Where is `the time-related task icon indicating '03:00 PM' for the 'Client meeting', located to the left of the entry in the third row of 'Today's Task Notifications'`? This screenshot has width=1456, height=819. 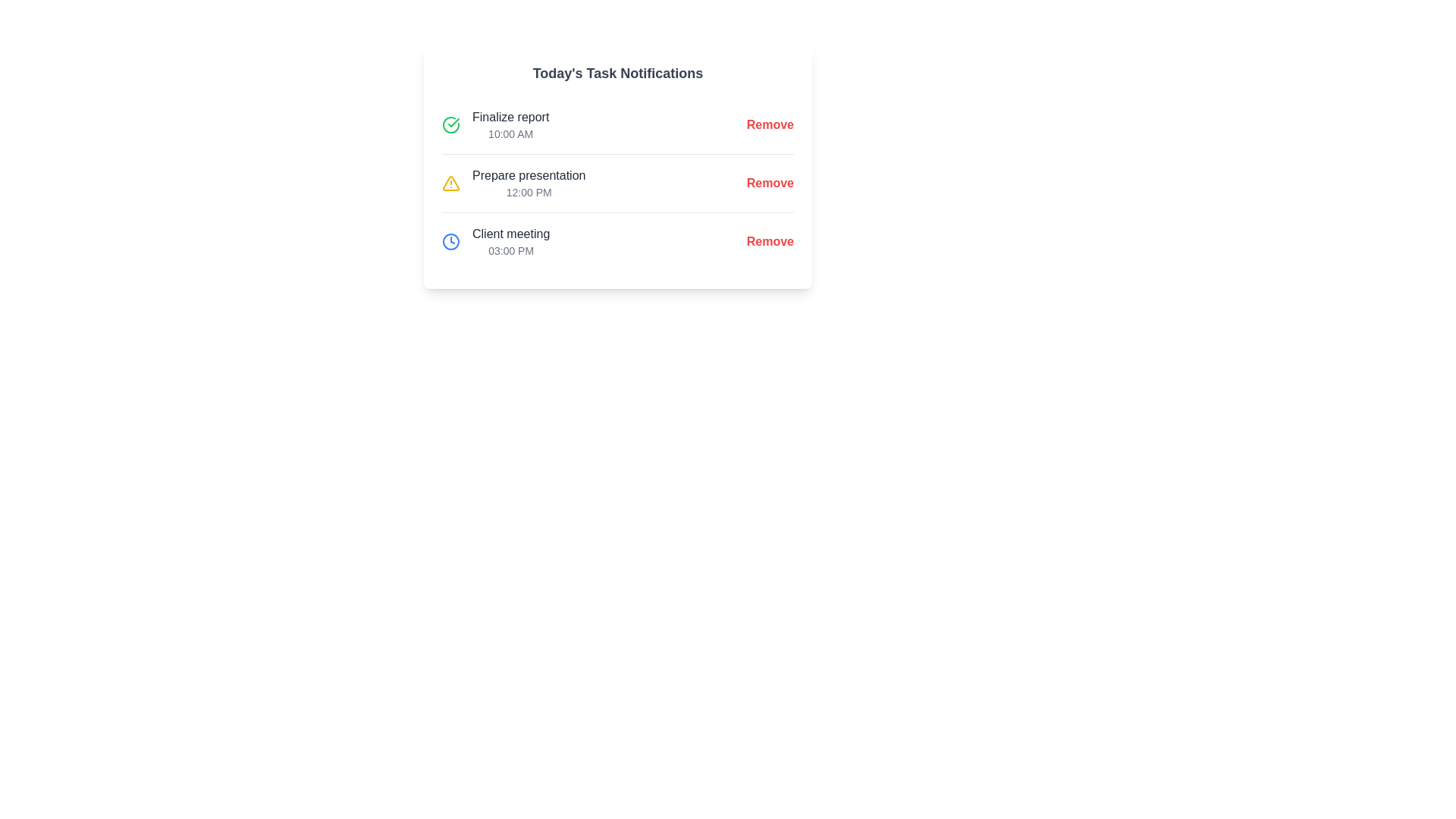 the time-related task icon indicating '03:00 PM' for the 'Client meeting', located to the left of the entry in the third row of 'Today's Task Notifications' is located at coordinates (450, 241).